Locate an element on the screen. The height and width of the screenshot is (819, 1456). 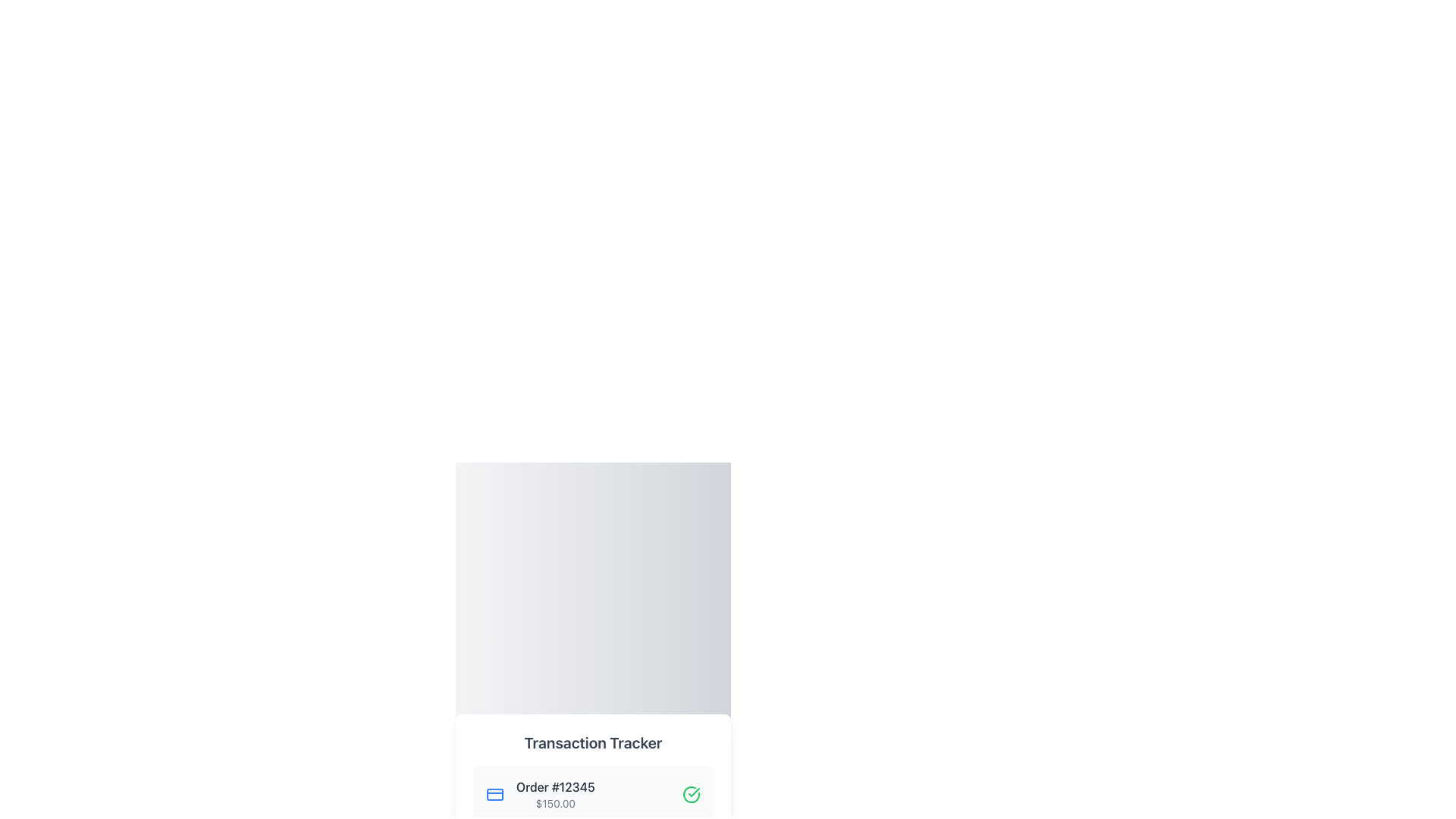
the Text Display element showing '$150.00' in light gray color, located below 'Order #12345' within the card layout is located at coordinates (554, 803).